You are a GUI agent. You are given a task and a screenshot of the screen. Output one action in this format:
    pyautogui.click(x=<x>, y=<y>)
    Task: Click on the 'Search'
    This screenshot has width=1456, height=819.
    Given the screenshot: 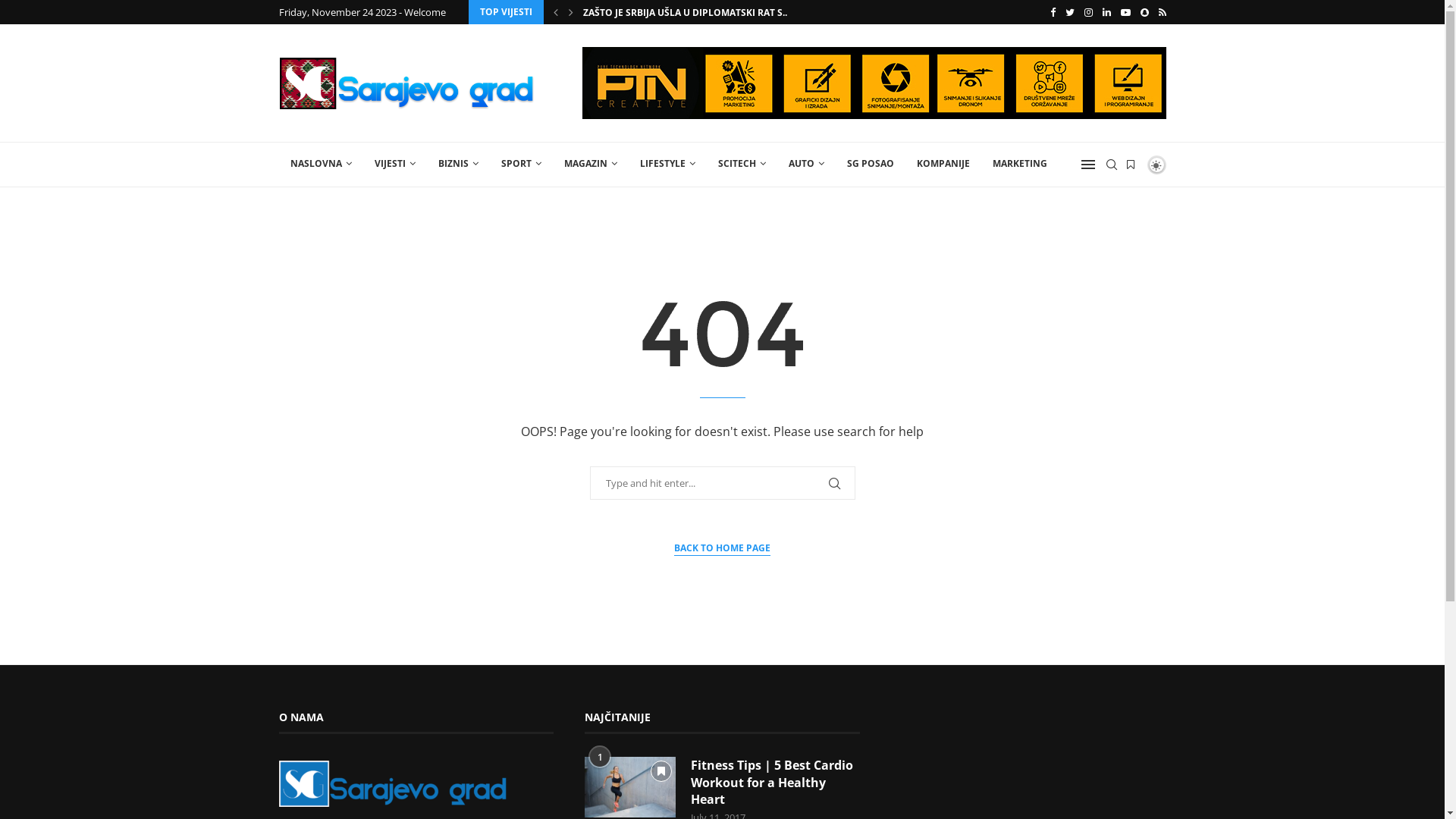 What is the action you would take?
    pyautogui.click(x=33, y=14)
    